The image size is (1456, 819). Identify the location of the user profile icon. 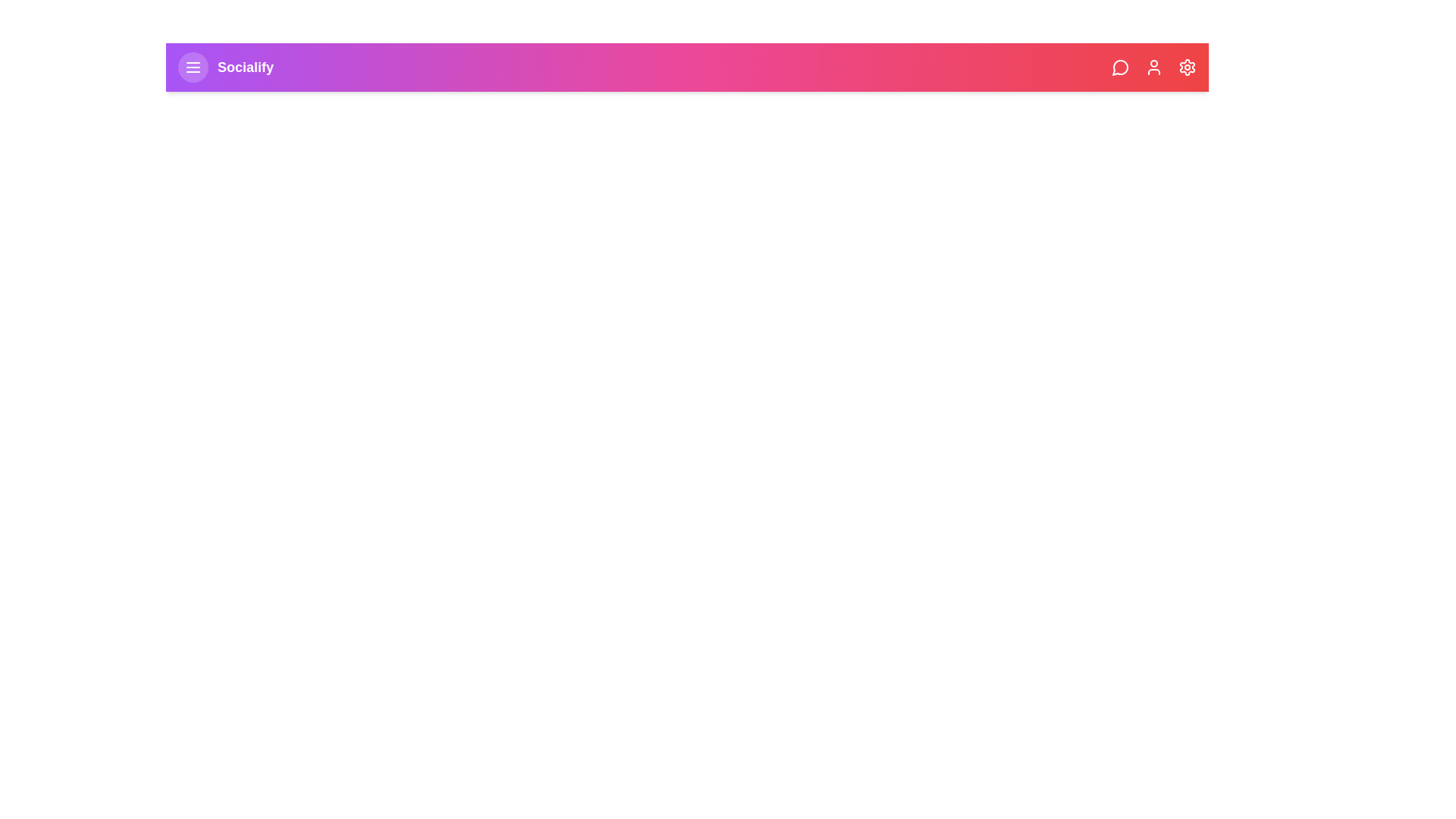
(1153, 66).